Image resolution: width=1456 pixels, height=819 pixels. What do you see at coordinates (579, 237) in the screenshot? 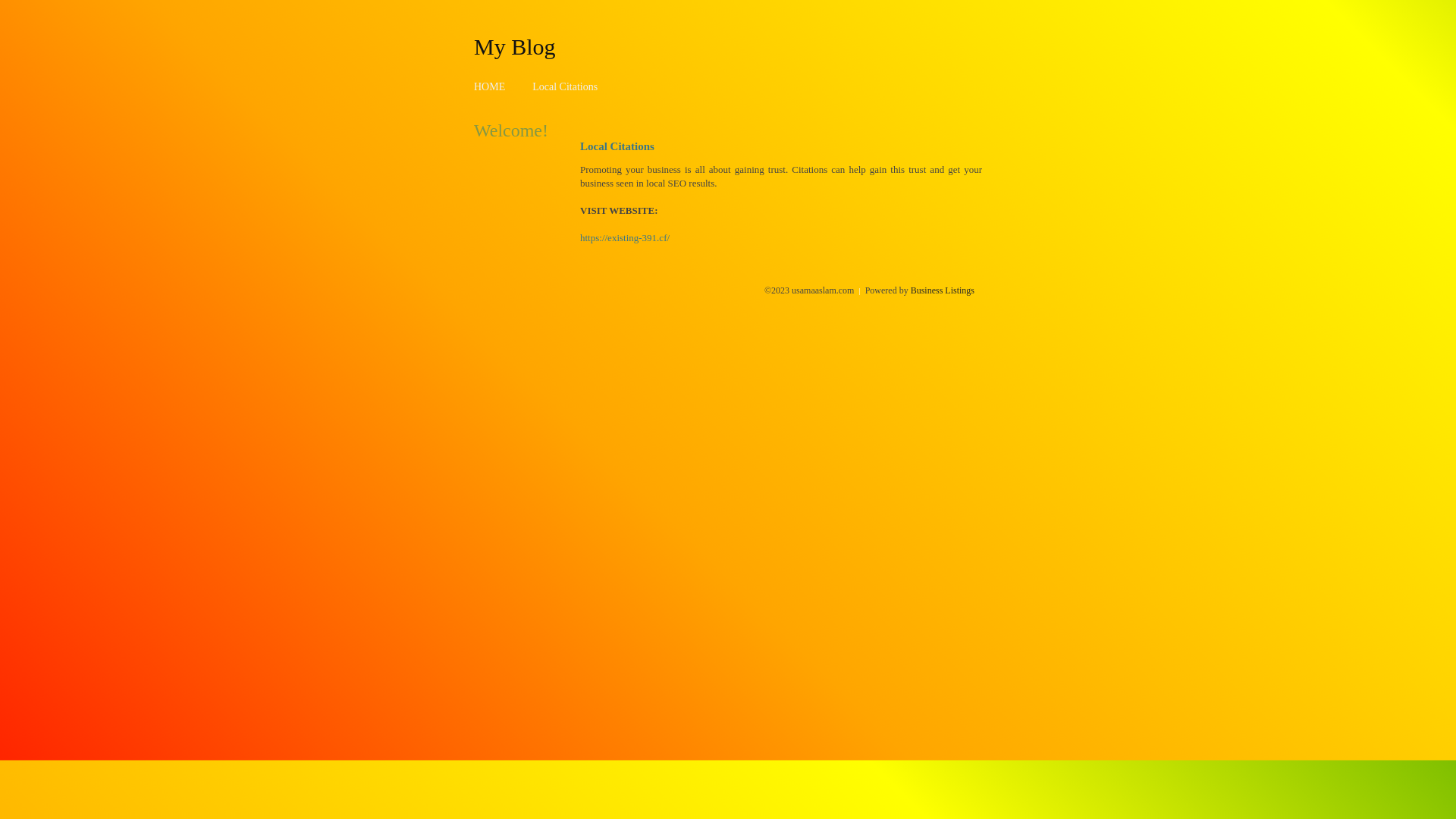
I see `'https://existing-391.cf/'` at bounding box center [579, 237].